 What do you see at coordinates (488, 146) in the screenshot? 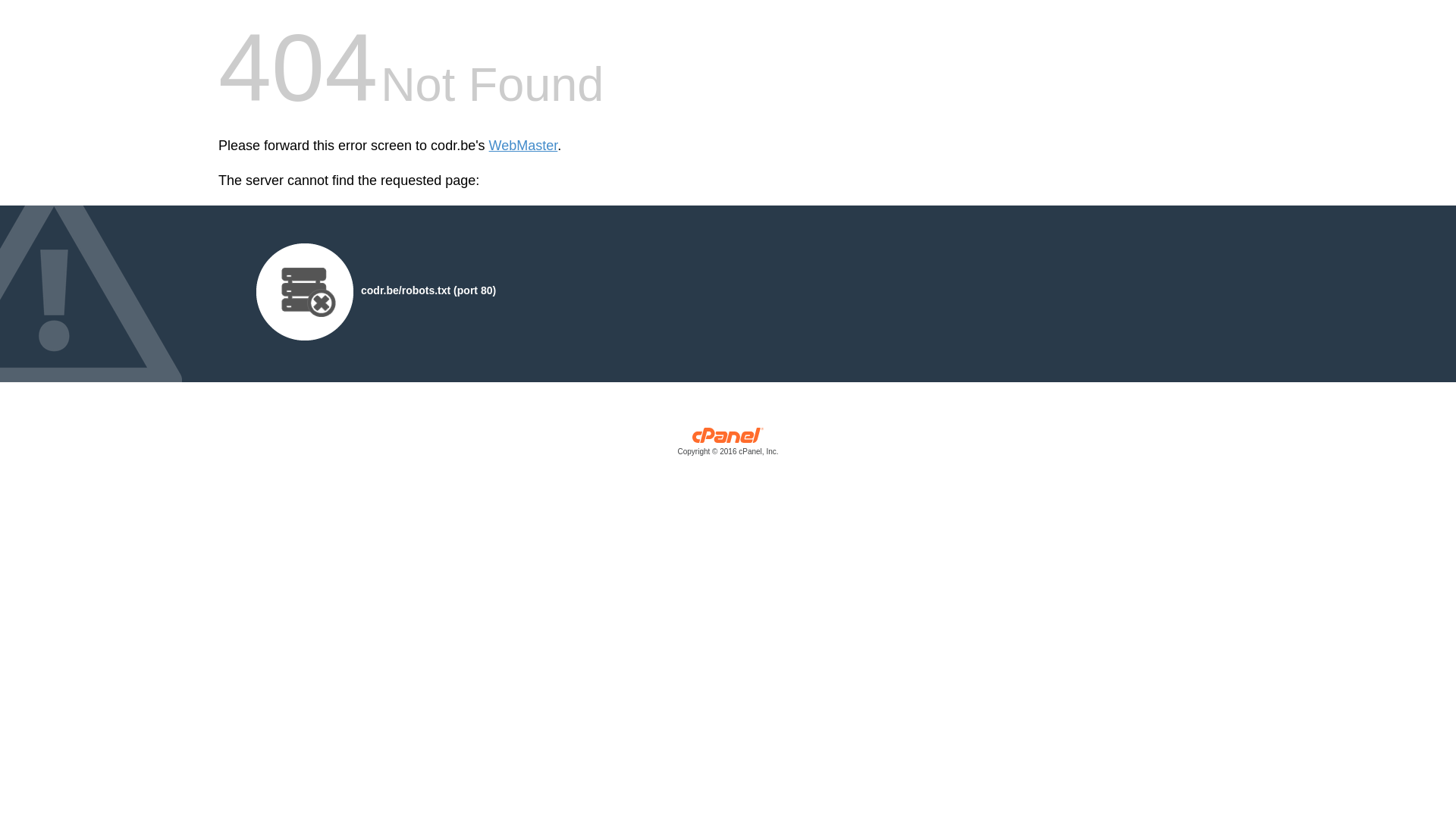
I see `'WebMaster'` at bounding box center [488, 146].